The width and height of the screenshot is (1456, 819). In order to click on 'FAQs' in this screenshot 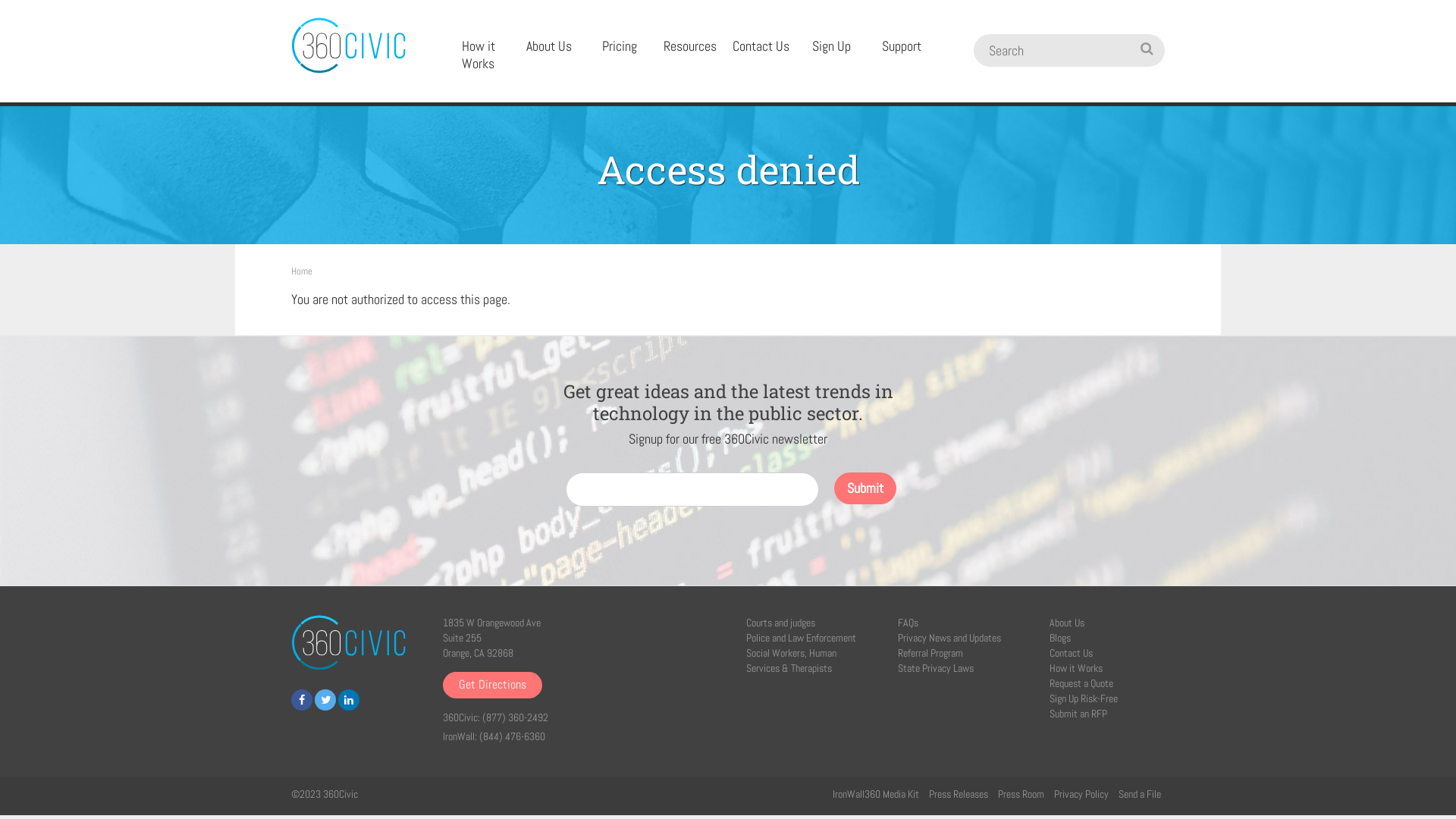, I will do `click(908, 623)`.